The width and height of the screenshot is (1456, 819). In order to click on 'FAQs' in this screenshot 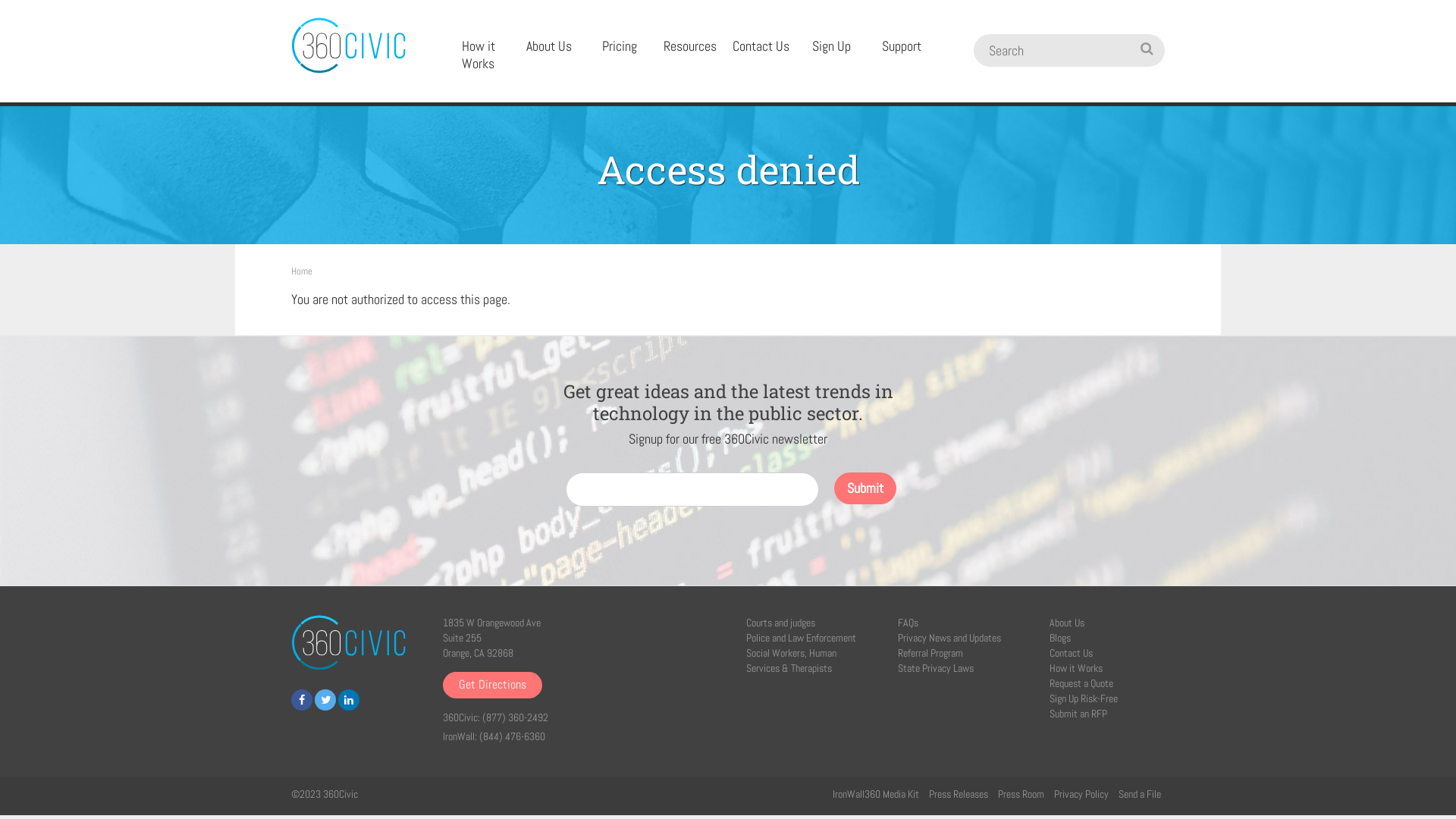, I will do `click(908, 623)`.